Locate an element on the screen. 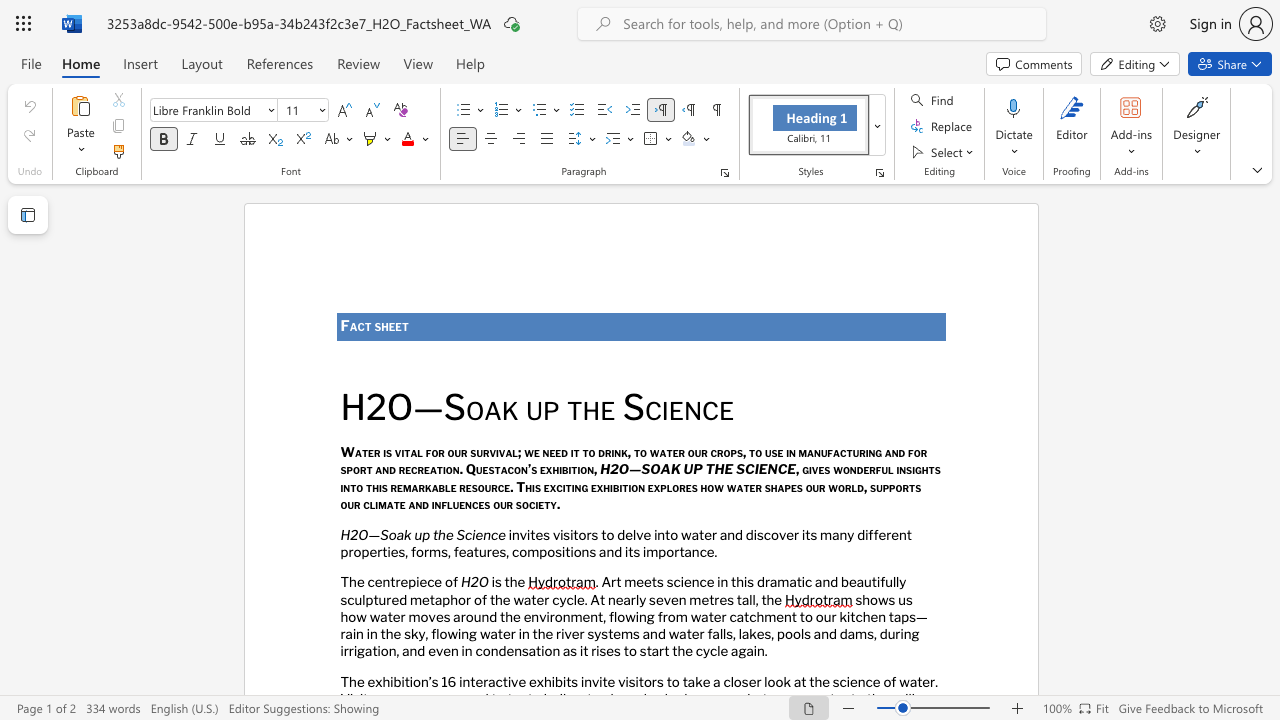 The image size is (1280, 720). the subset text "e environment, flowing from water catchment to our kitchen tap" within the text "shows us how water moves around the environment, flowing from water catchment to our kitchen taps" is located at coordinates (513, 615).